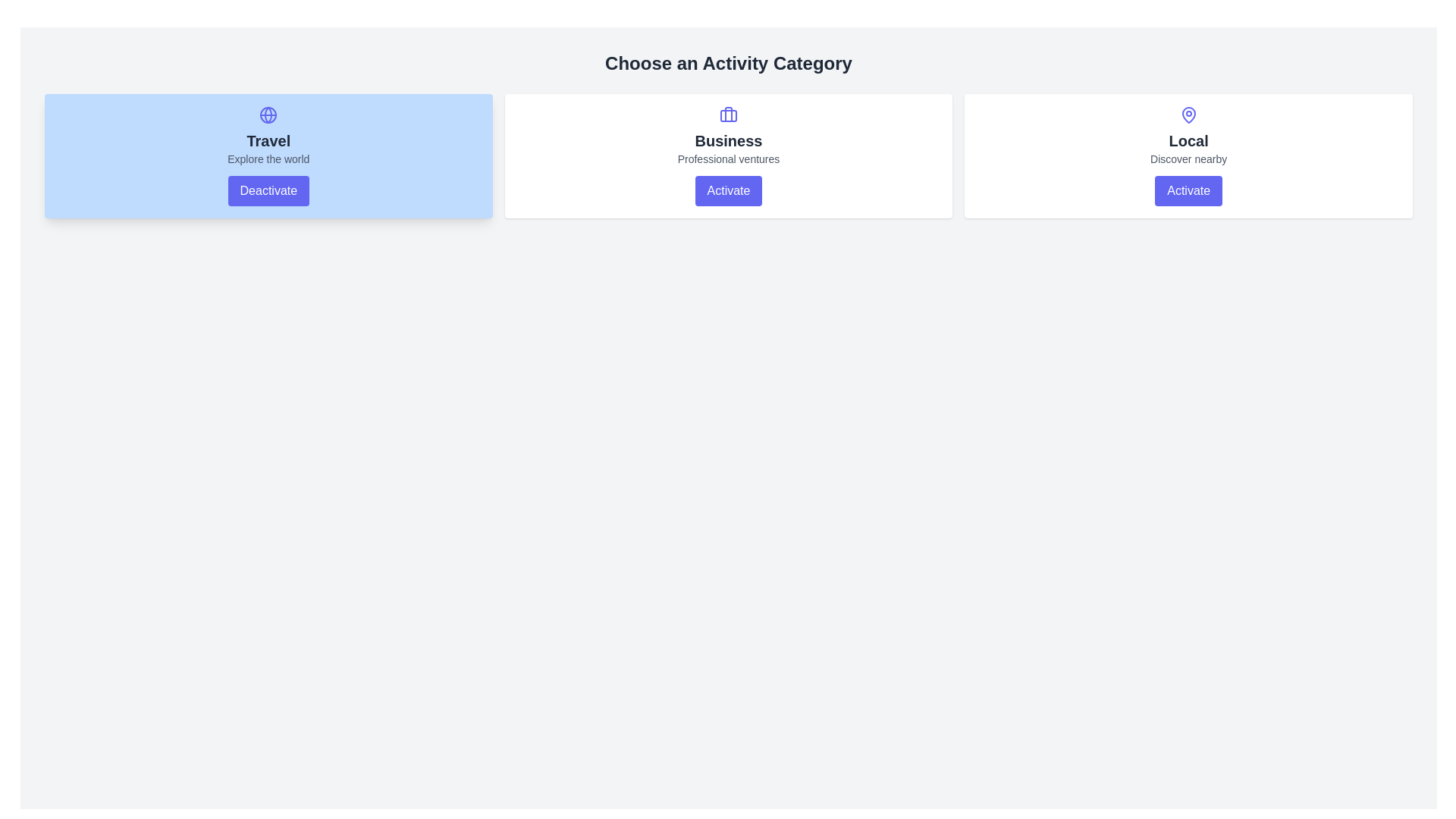  Describe the element at coordinates (268, 114) in the screenshot. I see `the travel icon located at the top of the first card in the horizontally arranged list, which helps users identify the travel category` at that location.